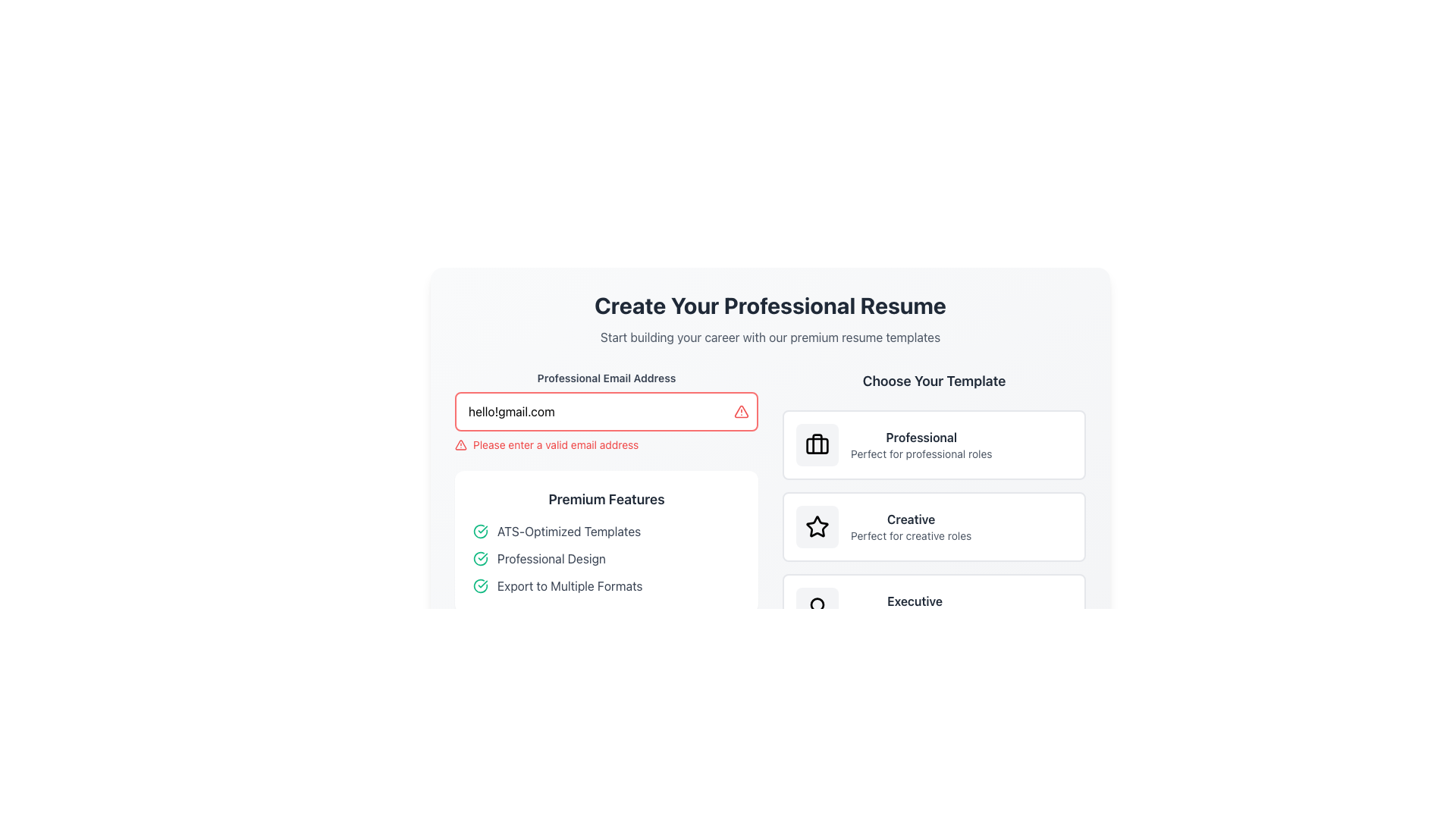 This screenshot has width=1456, height=819. I want to click on the 'Professional' briefcase icon located on the right side of the interface, which represents the template option, so click(817, 444).